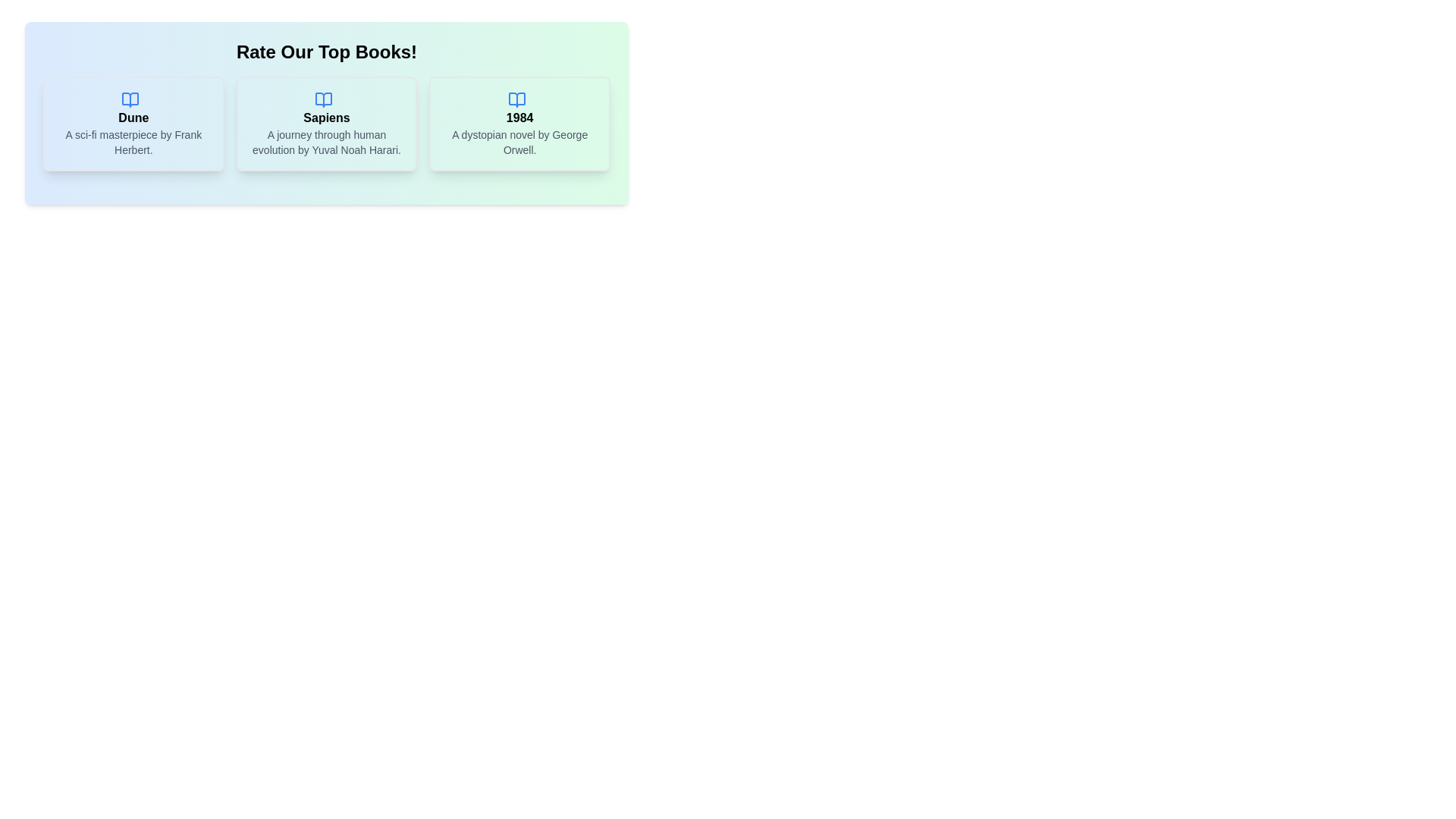 This screenshot has width=1456, height=819. Describe the element at coordinates (130, 99) in the screenshot. I see `the leftmost icon in the first item of the book list related to 'Dune', which is positioned above the title and to the left of its description` at that location.